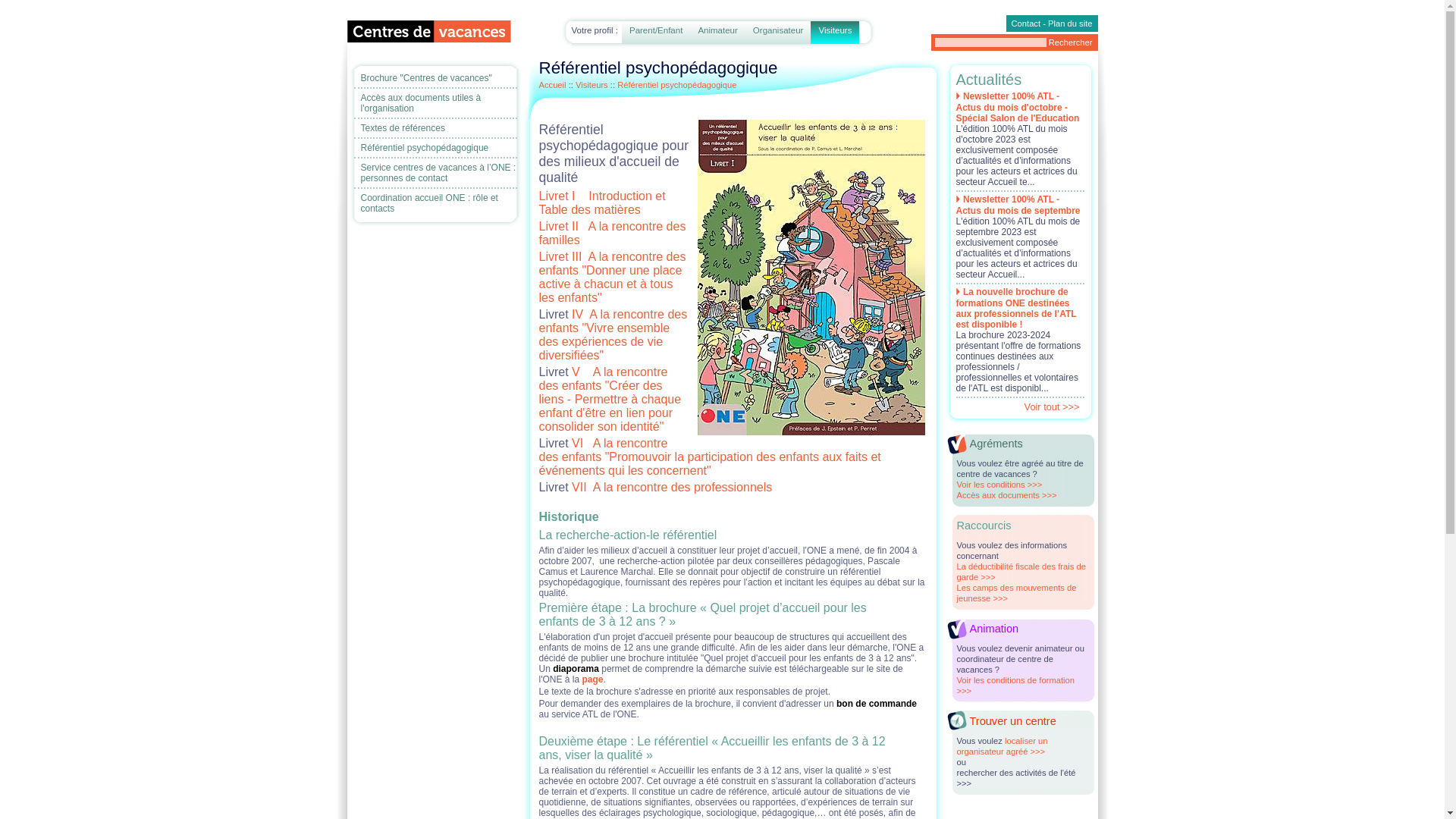 The width and height of the screenshot is (1456, 819). I want to click on 'Organisateur', so click(745, 36).